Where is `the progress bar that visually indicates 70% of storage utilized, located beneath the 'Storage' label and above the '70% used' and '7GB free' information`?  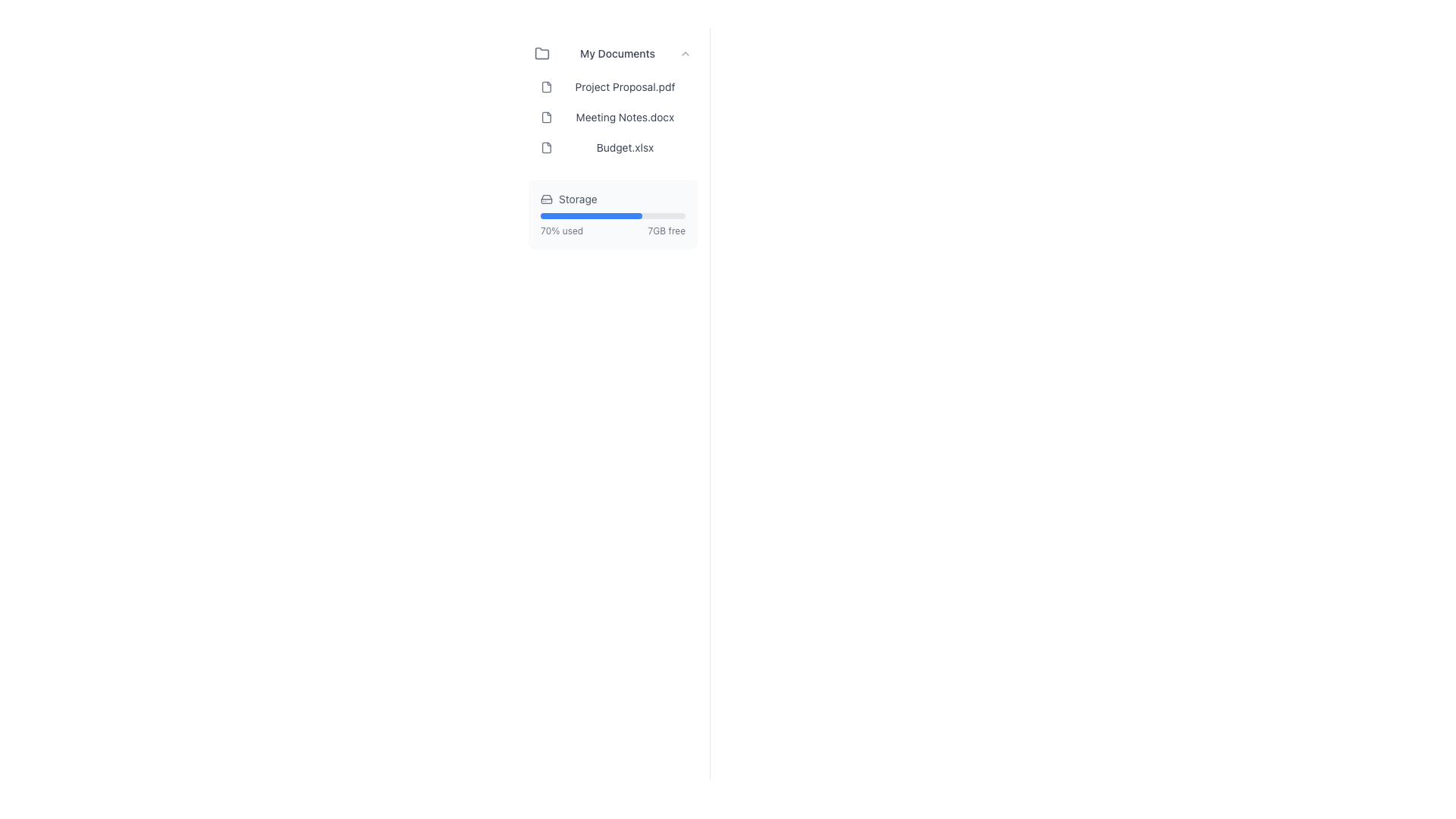 the progress bar that visually indicates 70% of storage utilized, located beneath the 'Storage' label and above the '70% used' and '7GB free' information is located at coordinates (613, 216).